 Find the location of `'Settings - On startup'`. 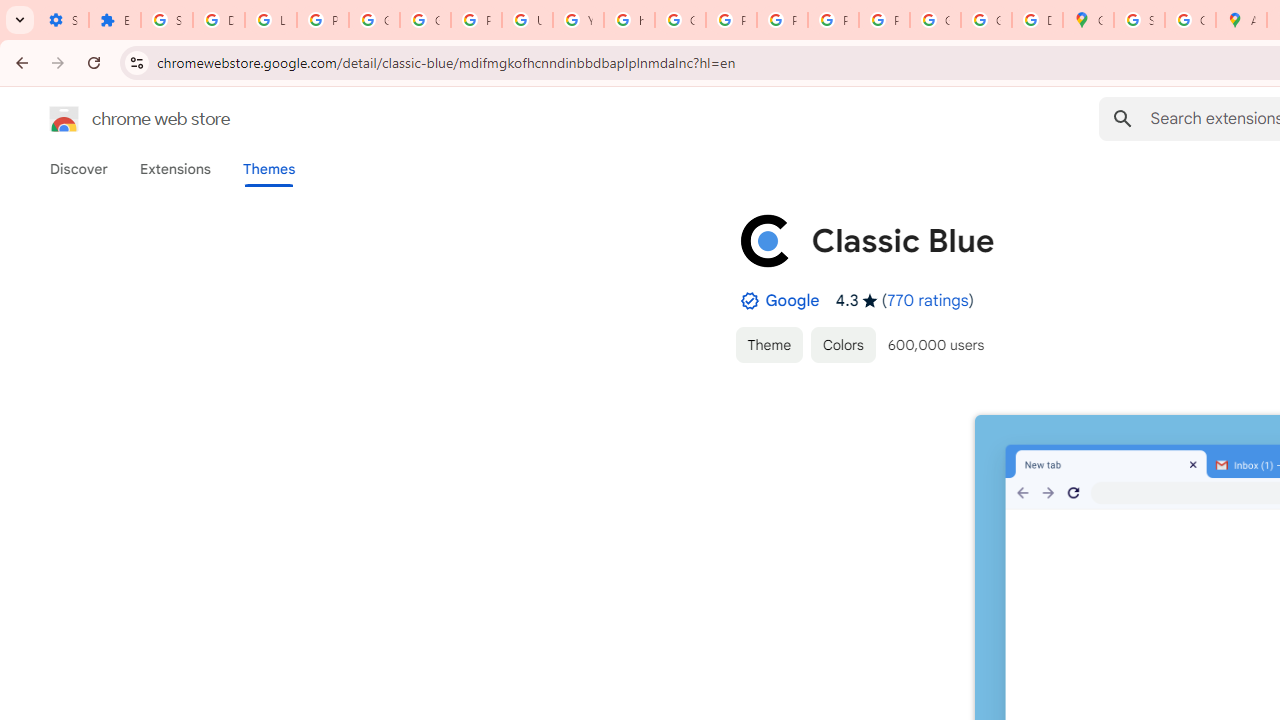

'Settings - On startup' is located at coordinates (63, 20).